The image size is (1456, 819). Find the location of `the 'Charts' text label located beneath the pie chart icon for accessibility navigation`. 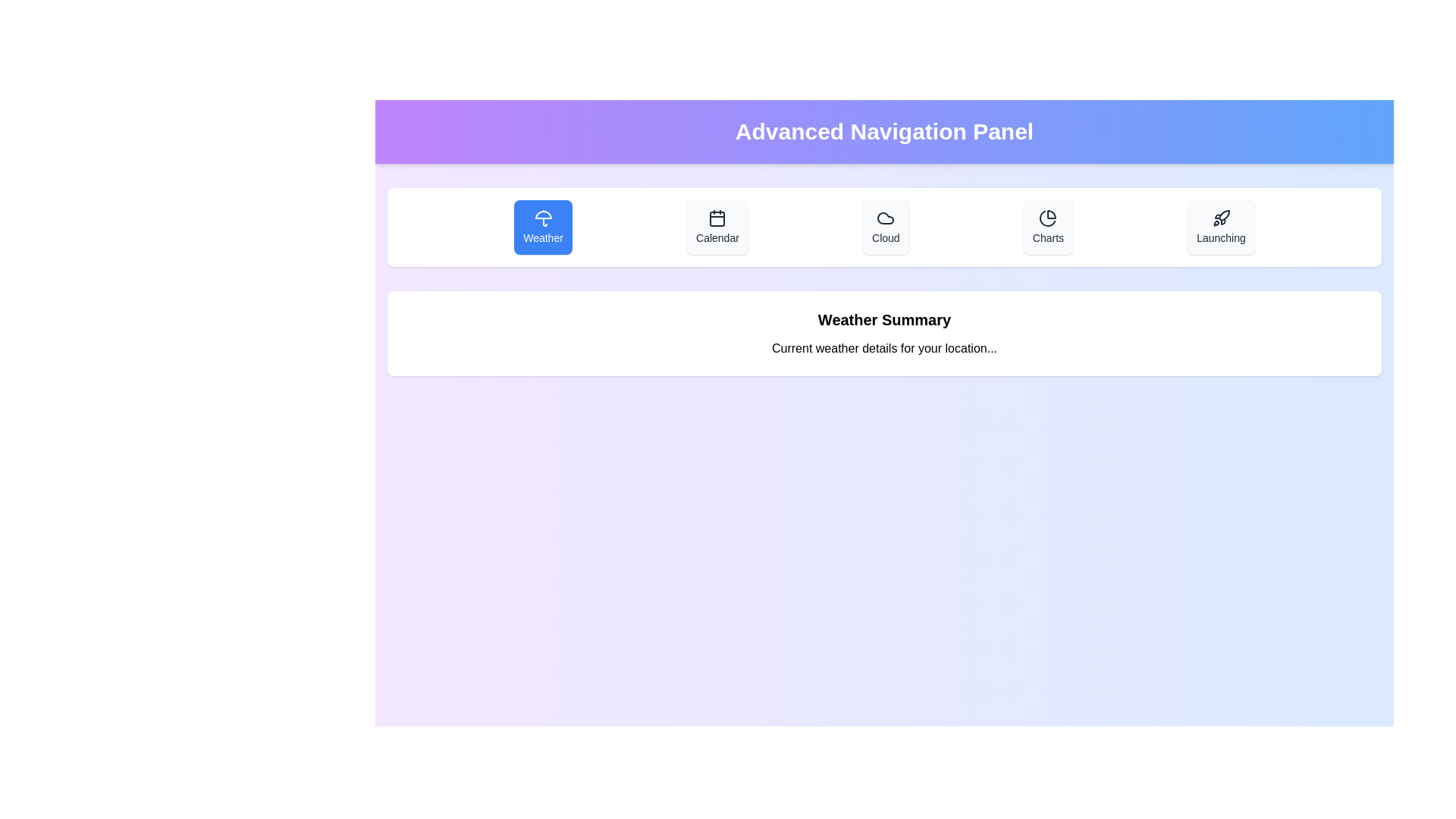

the 'Charts' text label located beneath the pie chart icon for accessibility navigation is located at coordinates (1047, 237).